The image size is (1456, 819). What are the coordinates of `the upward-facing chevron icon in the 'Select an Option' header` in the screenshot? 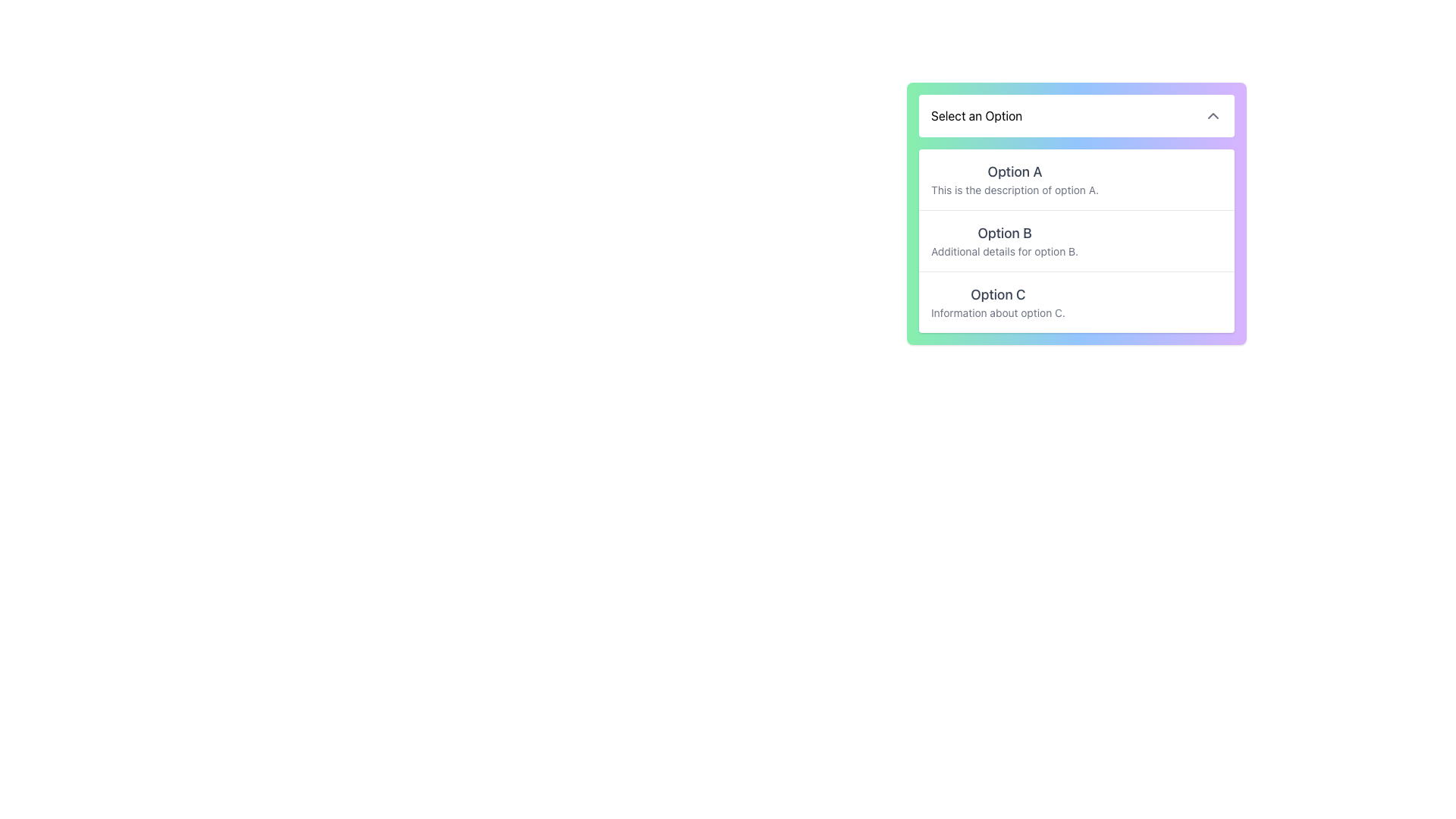 It's located at (1212, 115).